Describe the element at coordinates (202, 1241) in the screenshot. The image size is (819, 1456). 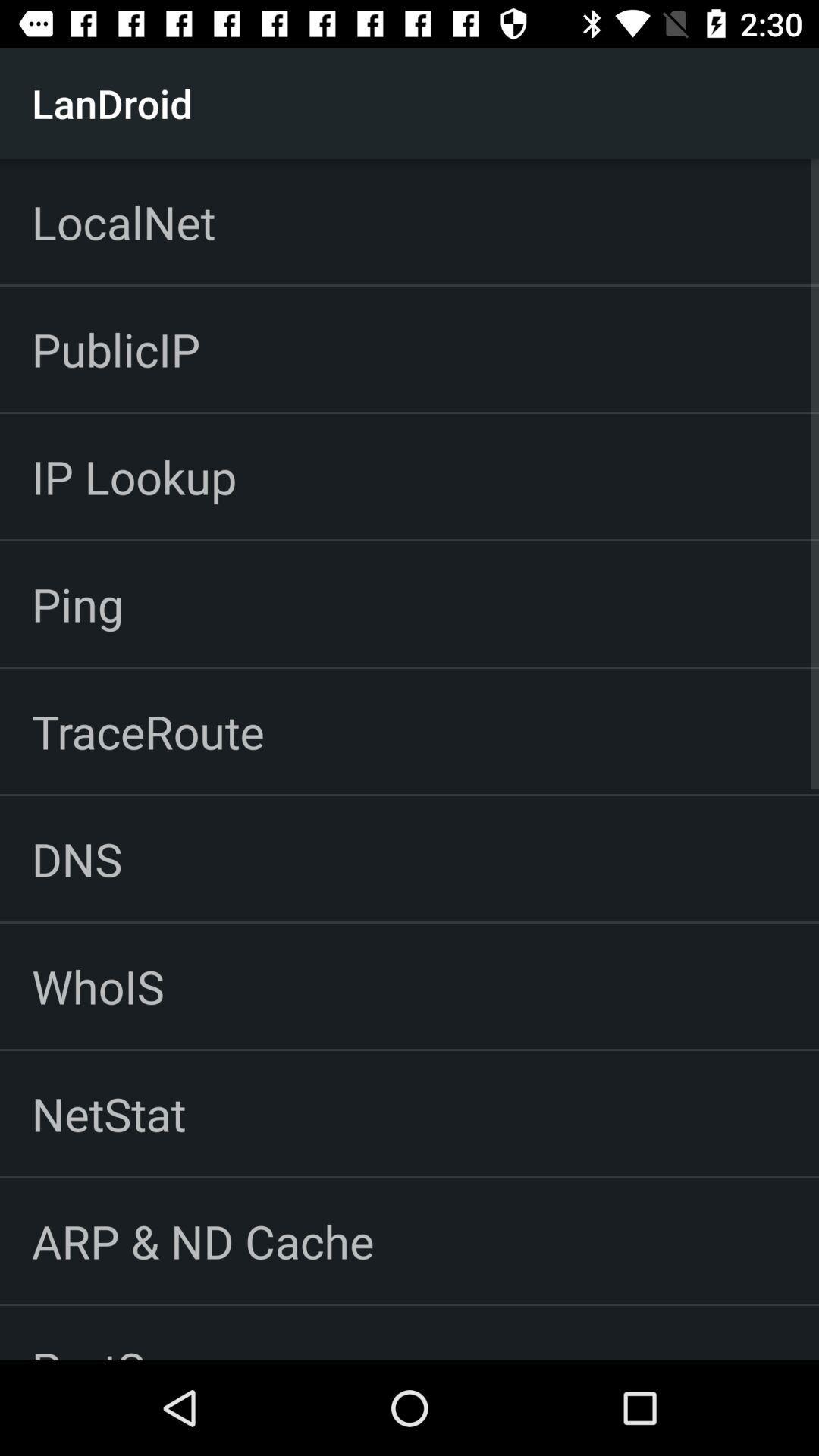
I see `the item above the portscan` at that location.